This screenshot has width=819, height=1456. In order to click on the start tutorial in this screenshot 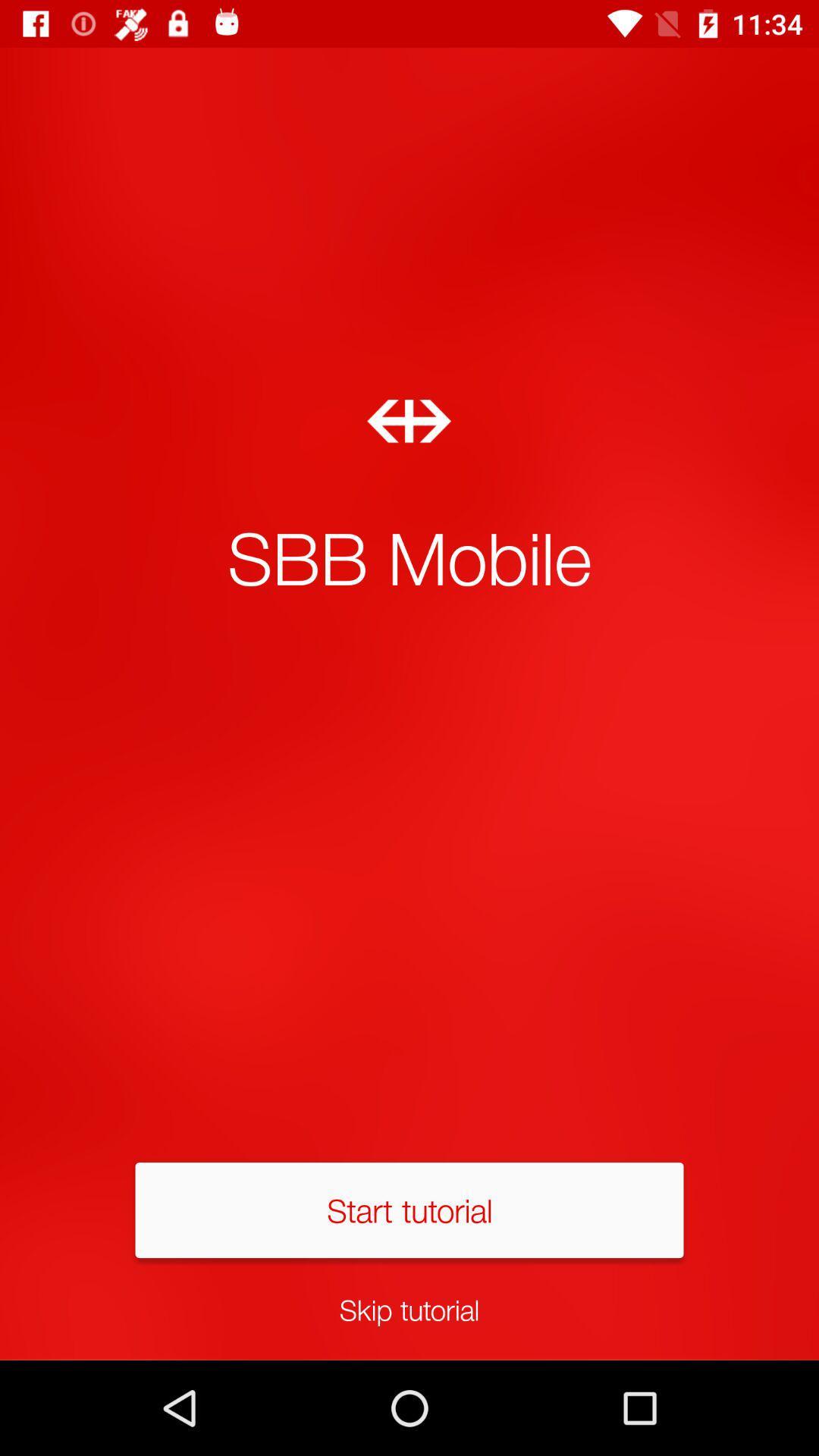, I will do `click(409, 1209)`.